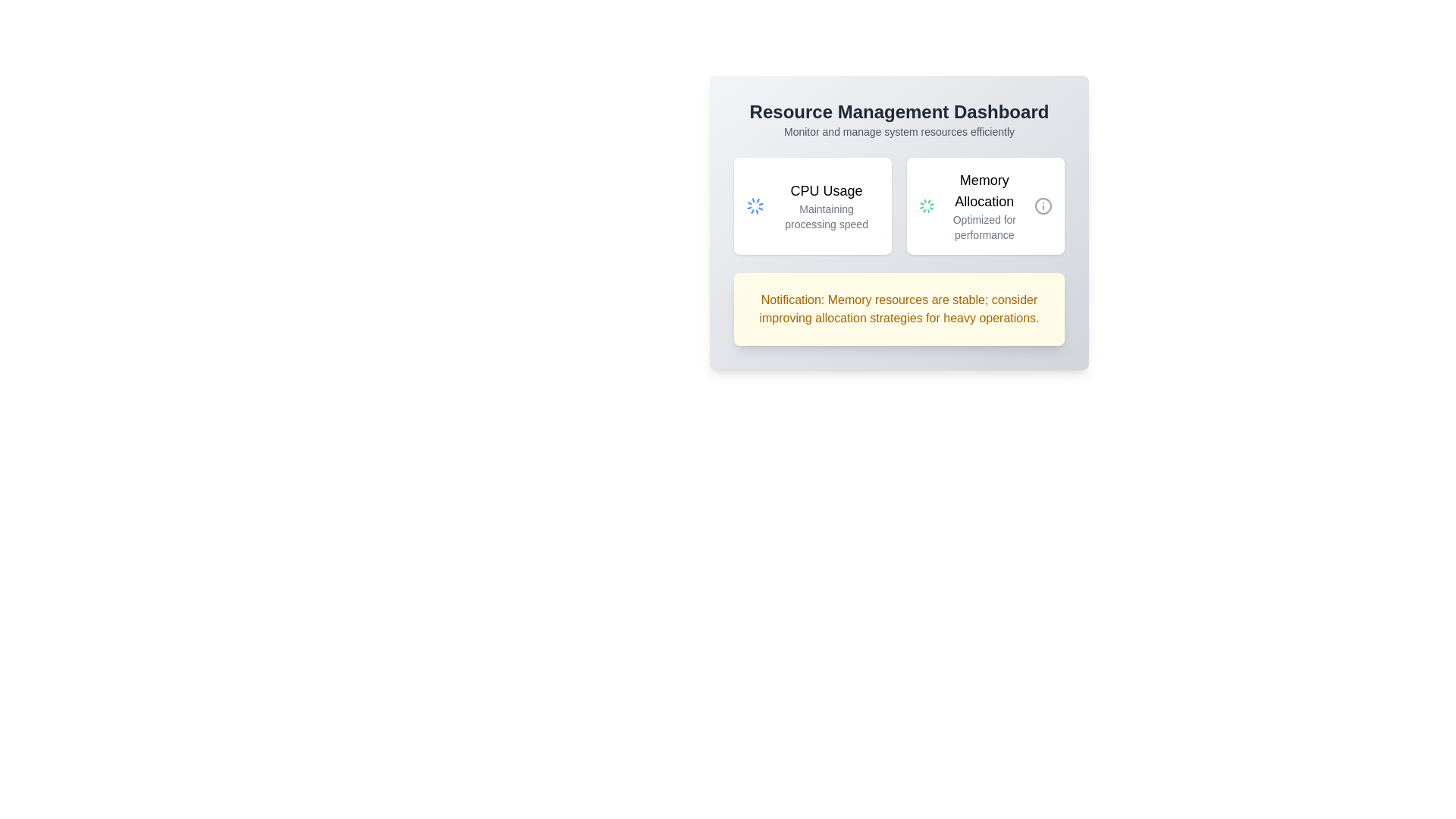 Image resolution: width=1456 pixels, height=819 pixels. What do you see at coordinates (899, 206) in the screenshot?
I see `the activity icons in the multi-panel display titled 'Resource Management Dashboard'` at bounding box center [899, 206].